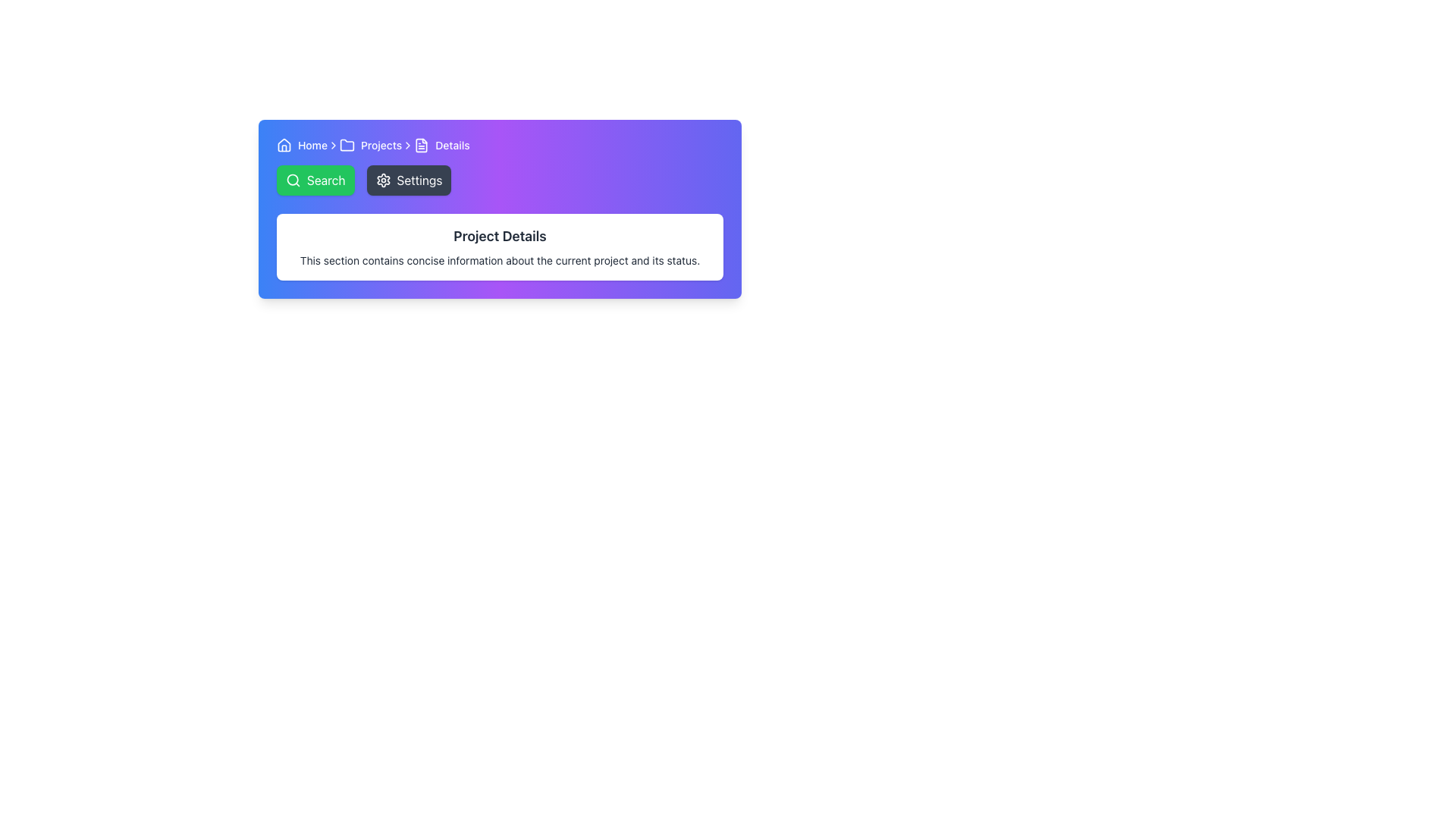 This screenshot has height=819, width=1456. I want to click on the gear icon located to the right of the green 'Search' button in the toolbar area, so click(383, 180).